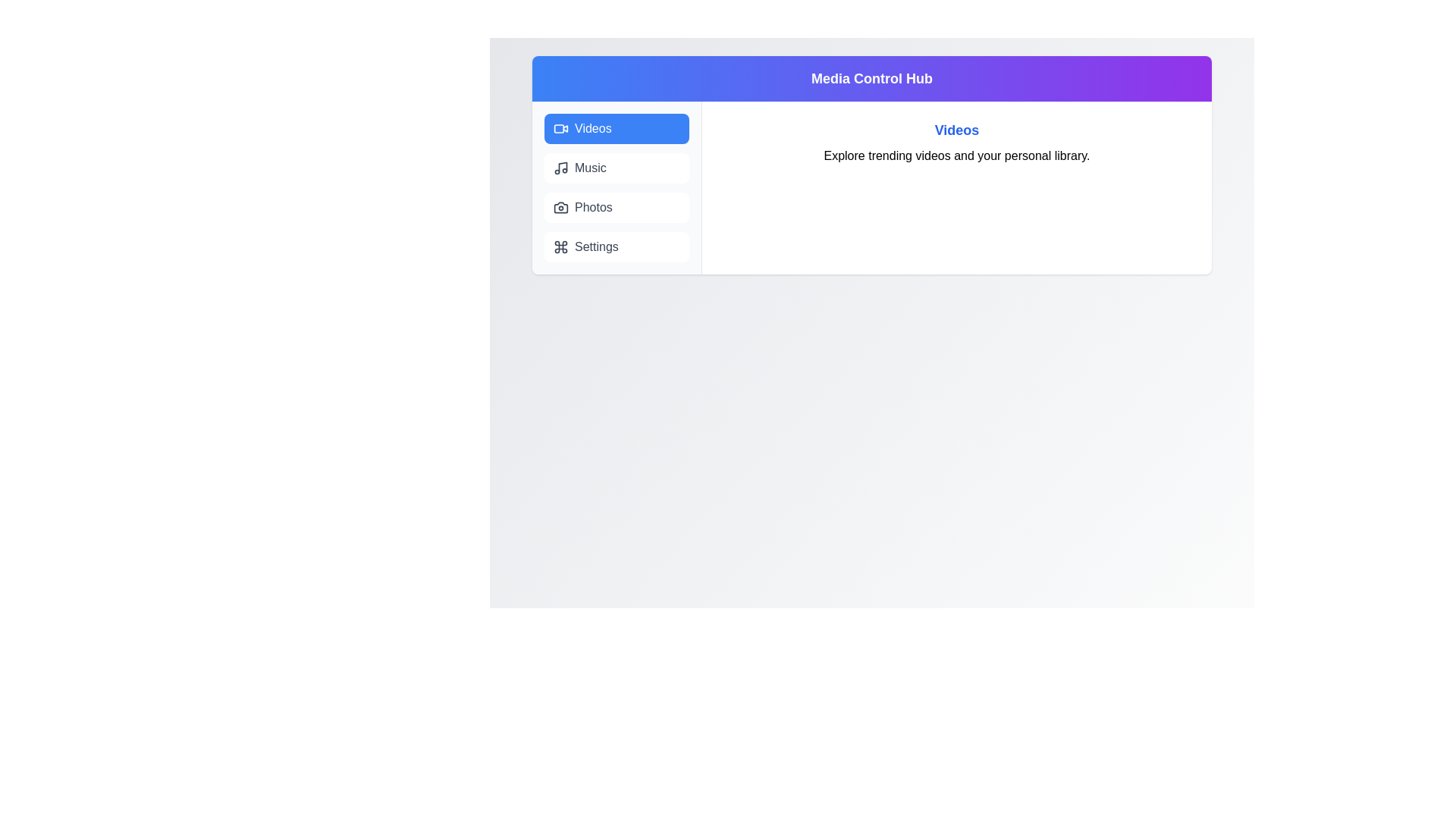 The height and width of the screenshot is (819, 1456). What do you see at coordinates (617, 207) in the screenshot?
I see `the Photos tab to view its content` at bounding box center [617, 207].